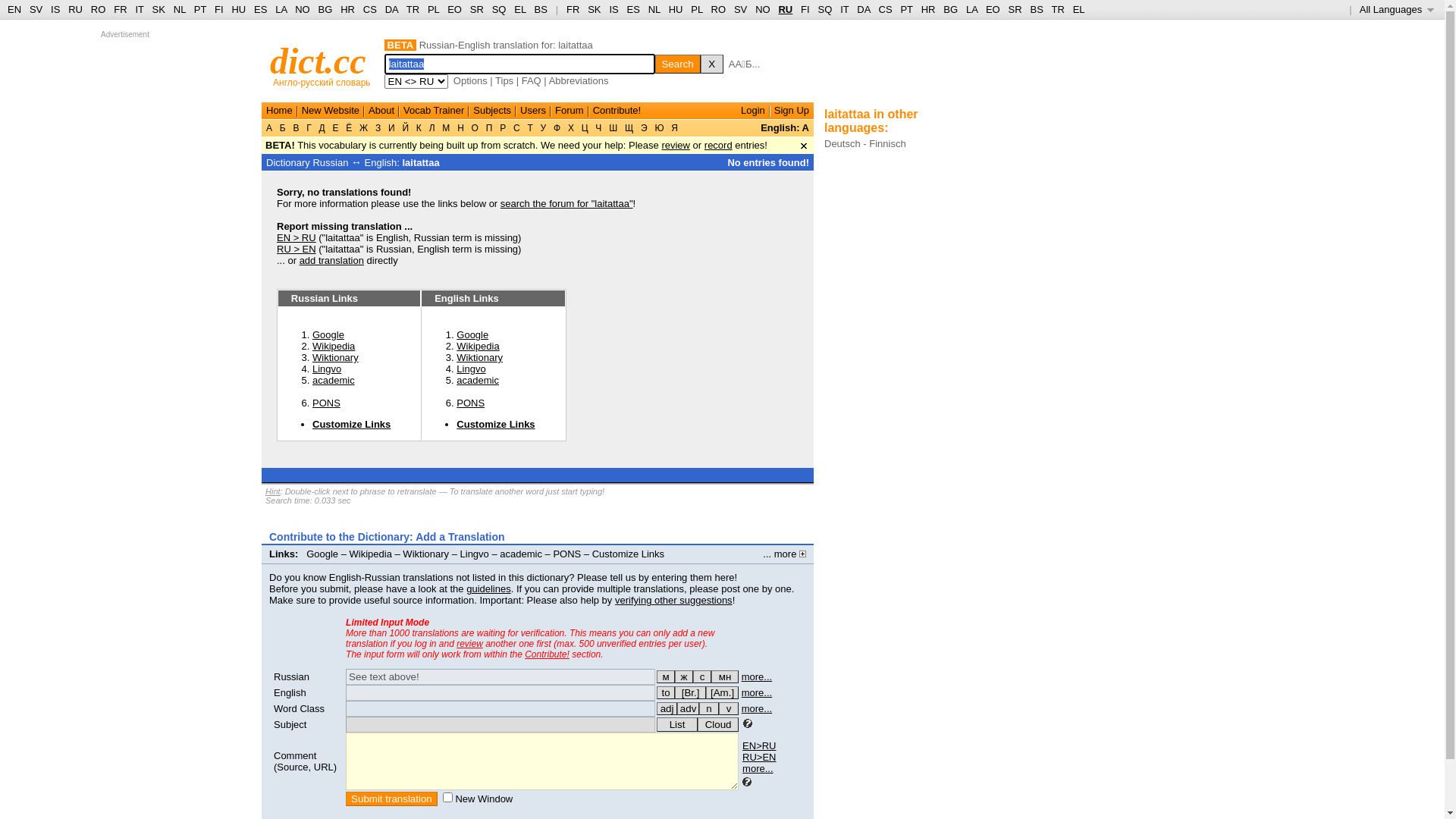 Image resolution: width=1456 pixels, height=819 pixels. Describe the element at coordinates (455, 424) in the screenshot. I see `'Customize Links'` at that location.